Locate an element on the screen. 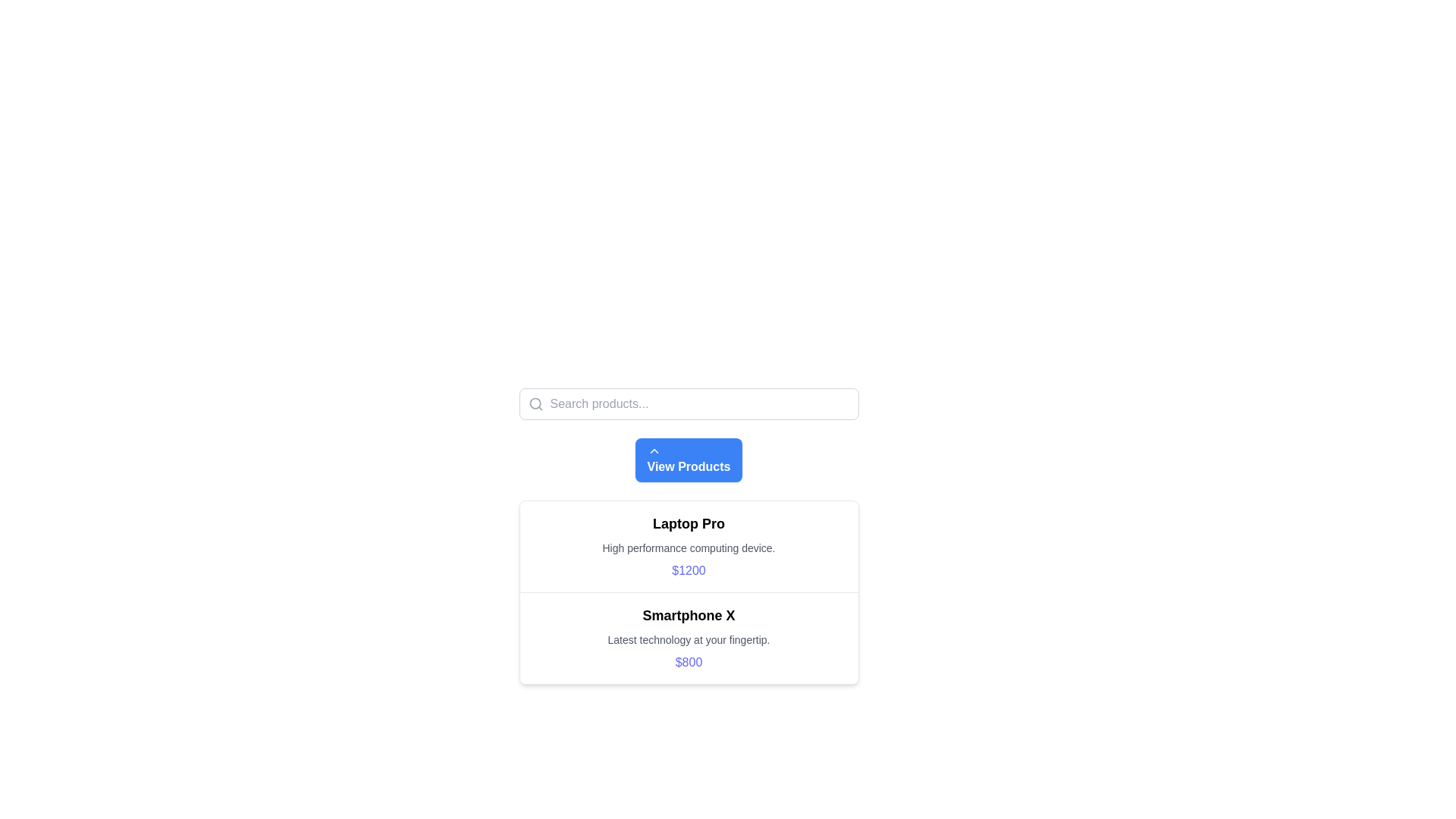 The width and height of the screenshot is (1456, 819). the Product Information Block for 'Laptop Pro', which includes the title, description, and price, located below the 'View Products' button is located at coordinates (688, 519).